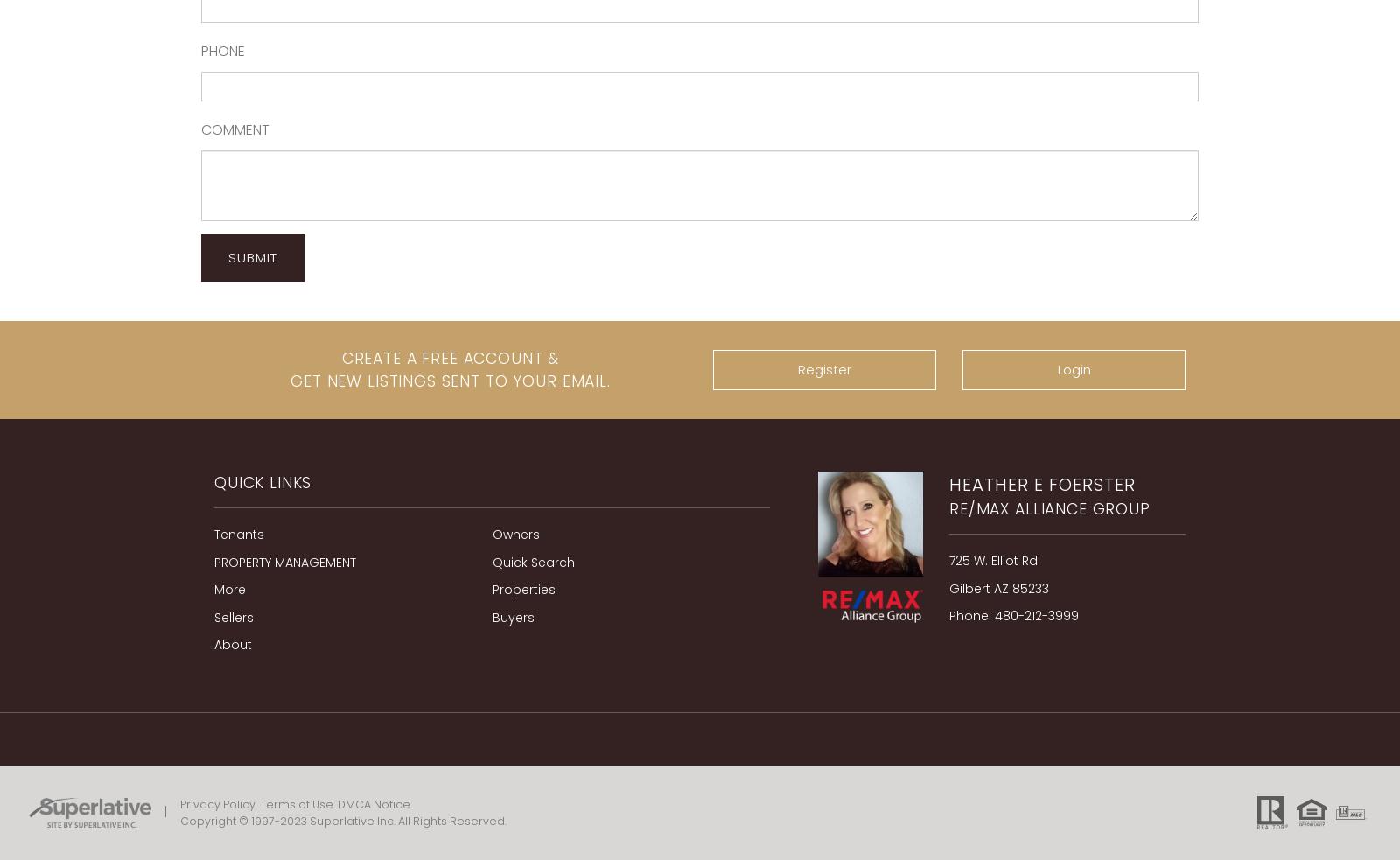 The image size is (1400, 860). What do you see at coordinates (223, 49) in the screenshot?
I see `'Phone'` at bounding box center [223, 49].